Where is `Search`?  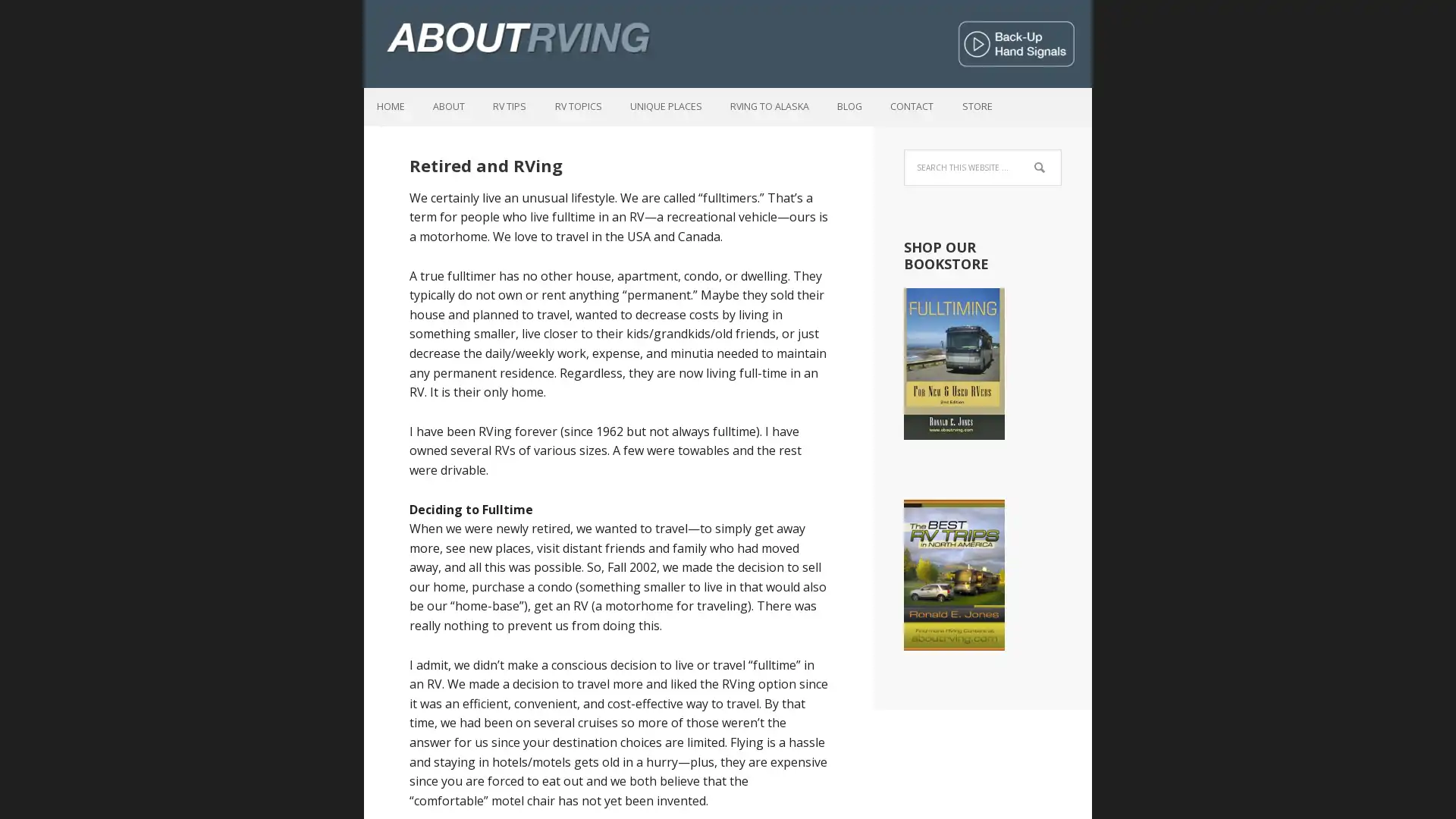 Search is located at coordinates (1060, 158).